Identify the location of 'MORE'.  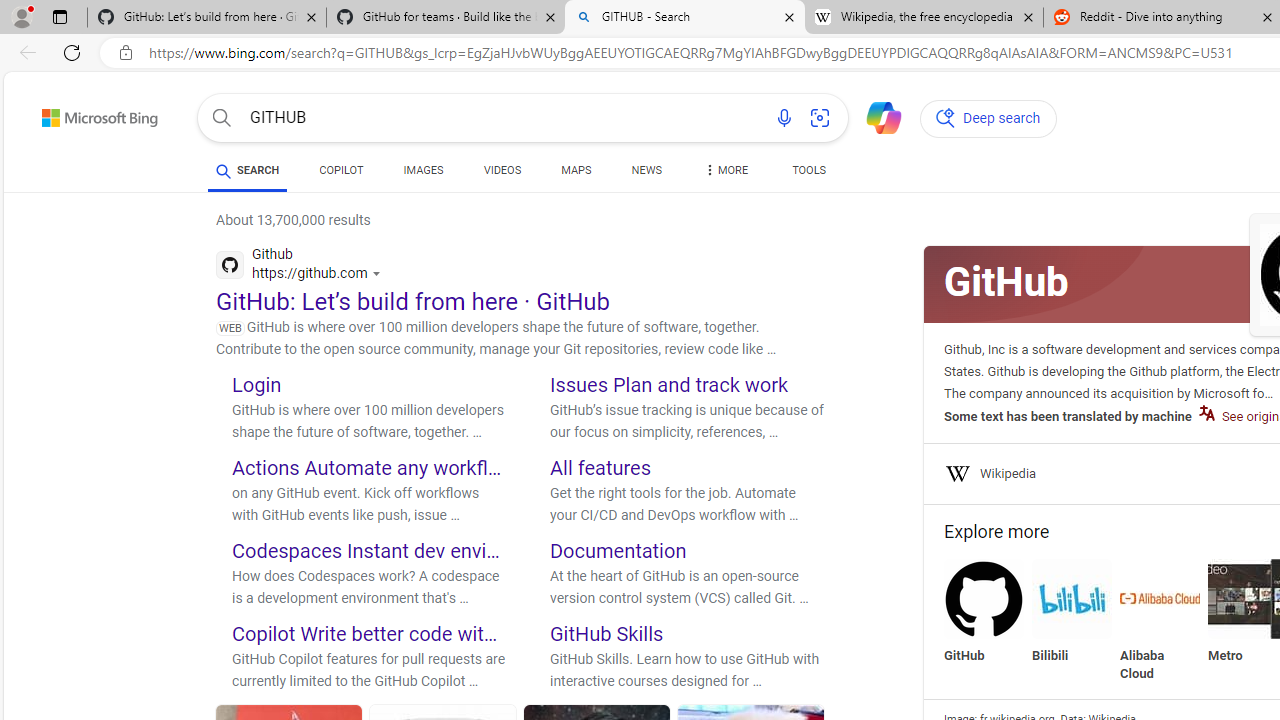
(723, 172).